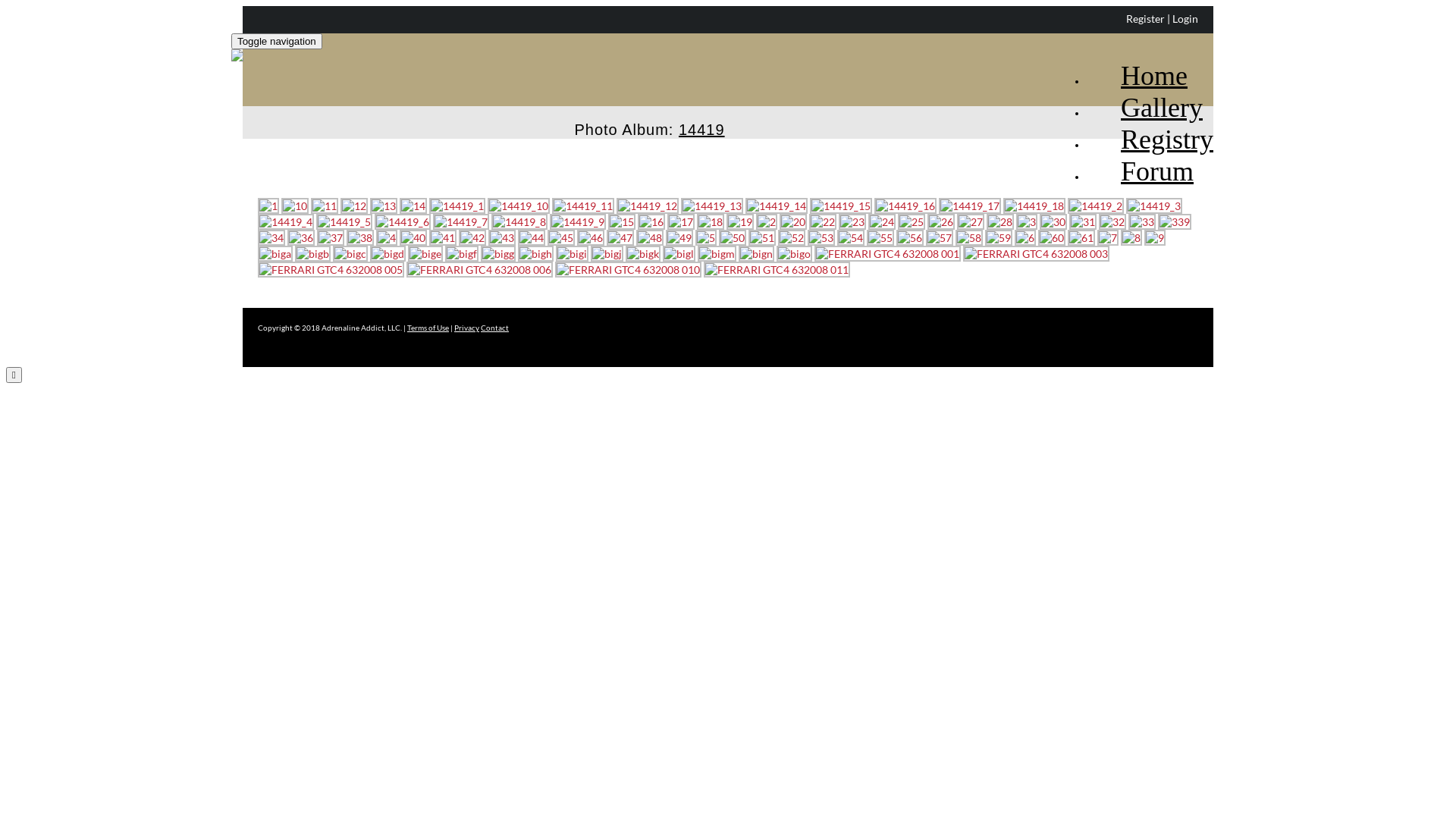 This screenshot has height=819, width=1456. What do you see at coordinates (968, 237) in the screenshot?
I see `'58 (click to enlarge)'` at bounding box center [968, 237].